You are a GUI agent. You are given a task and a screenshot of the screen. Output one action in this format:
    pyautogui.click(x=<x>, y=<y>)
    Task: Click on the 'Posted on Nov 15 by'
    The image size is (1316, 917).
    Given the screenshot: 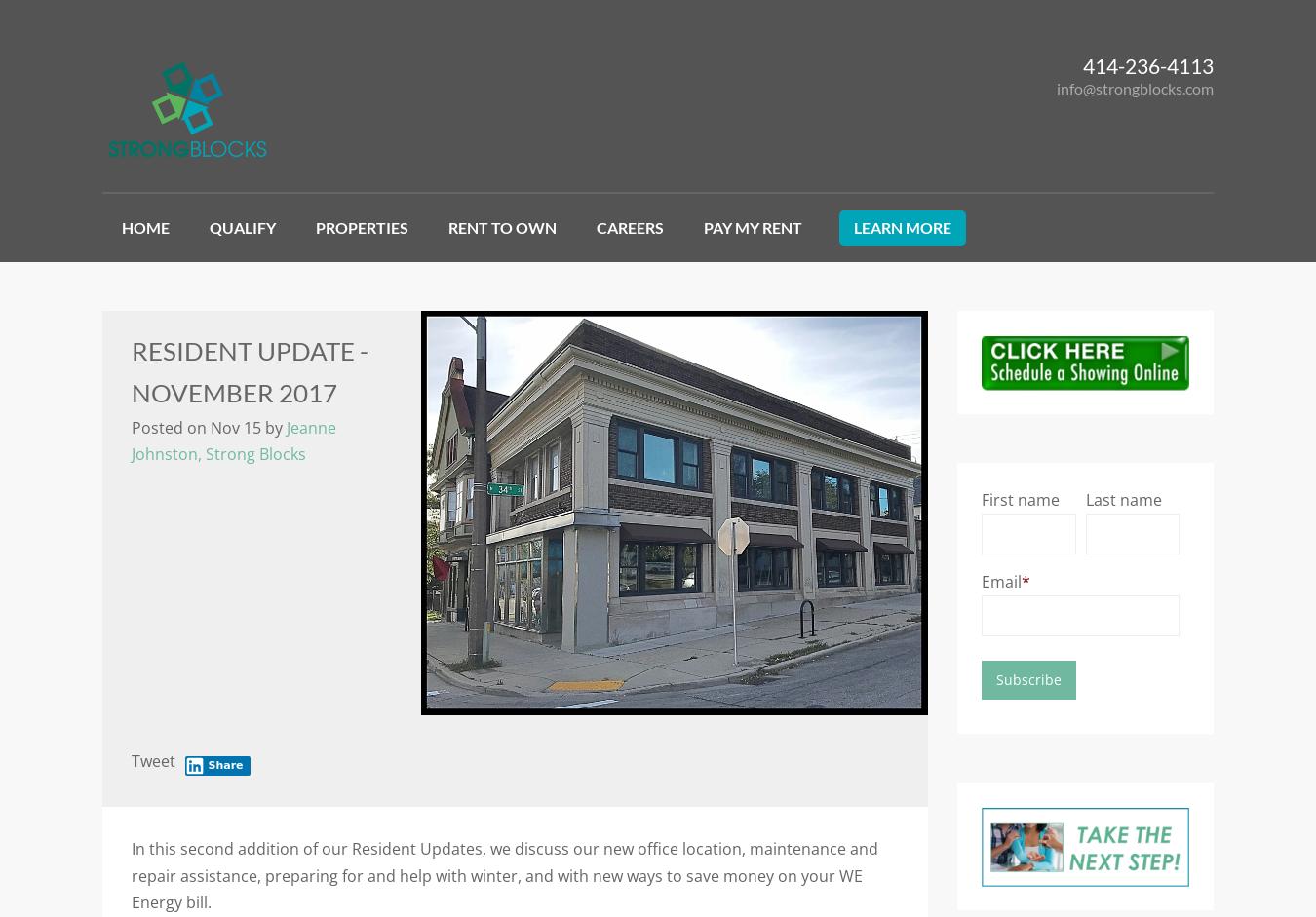 What is the action you would take?
    pyautogui.click(x=207, y=427)
    